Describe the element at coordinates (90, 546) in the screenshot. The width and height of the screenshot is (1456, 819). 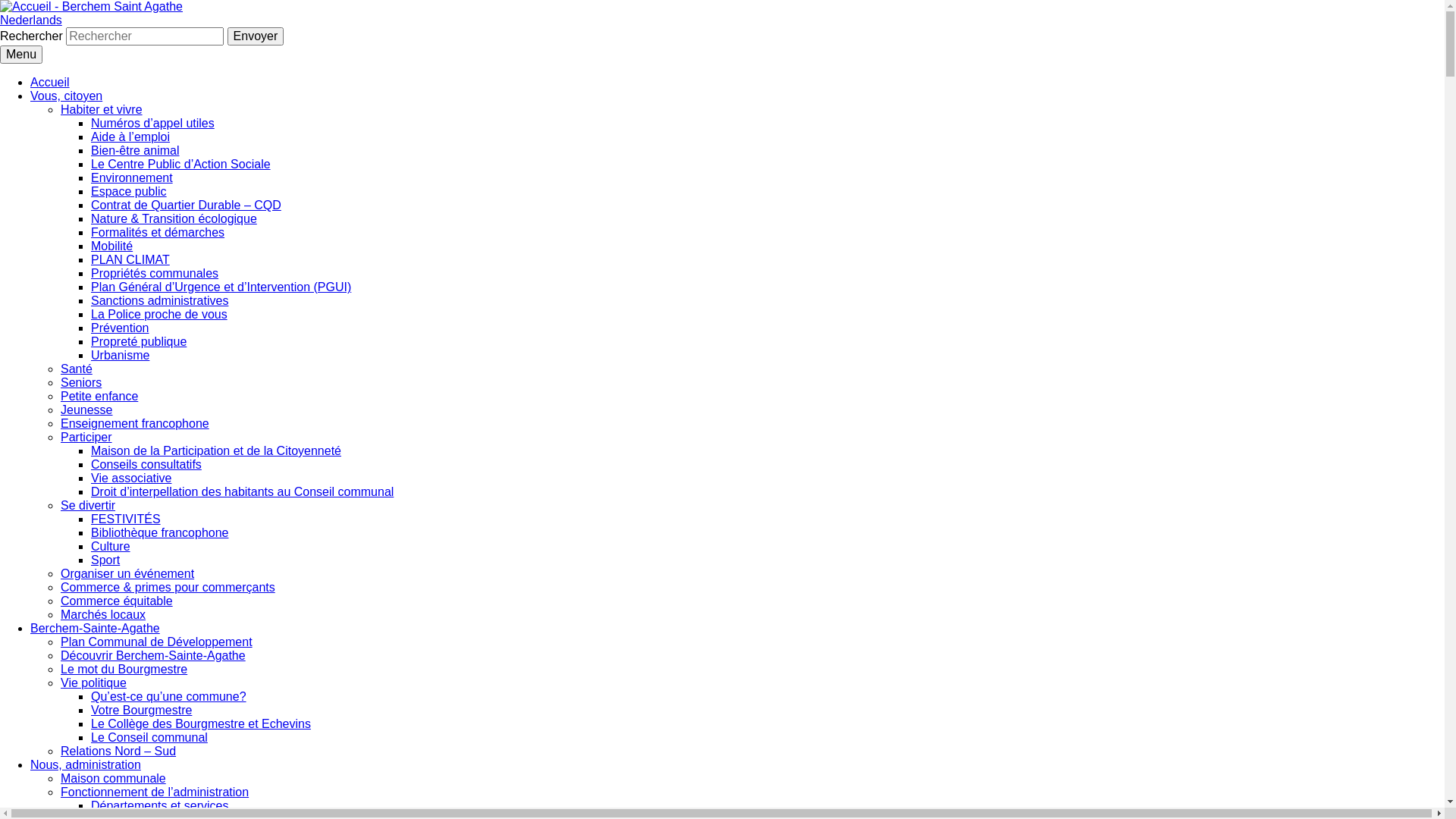
I see `'Culture'` at that location.